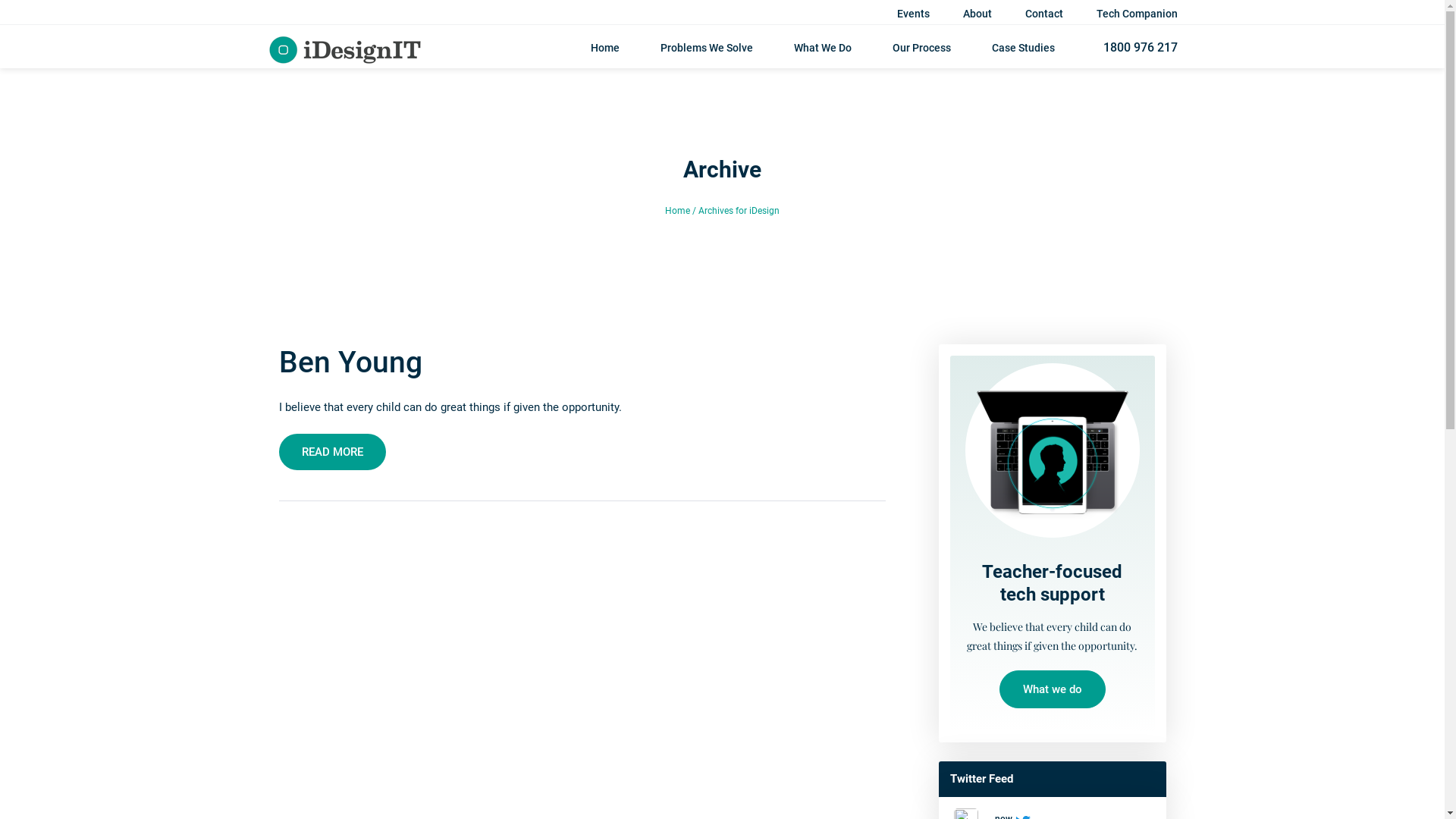 This screenshot has height=819, width=1456. I want to click on 'READ MORE', so click(279, 451).